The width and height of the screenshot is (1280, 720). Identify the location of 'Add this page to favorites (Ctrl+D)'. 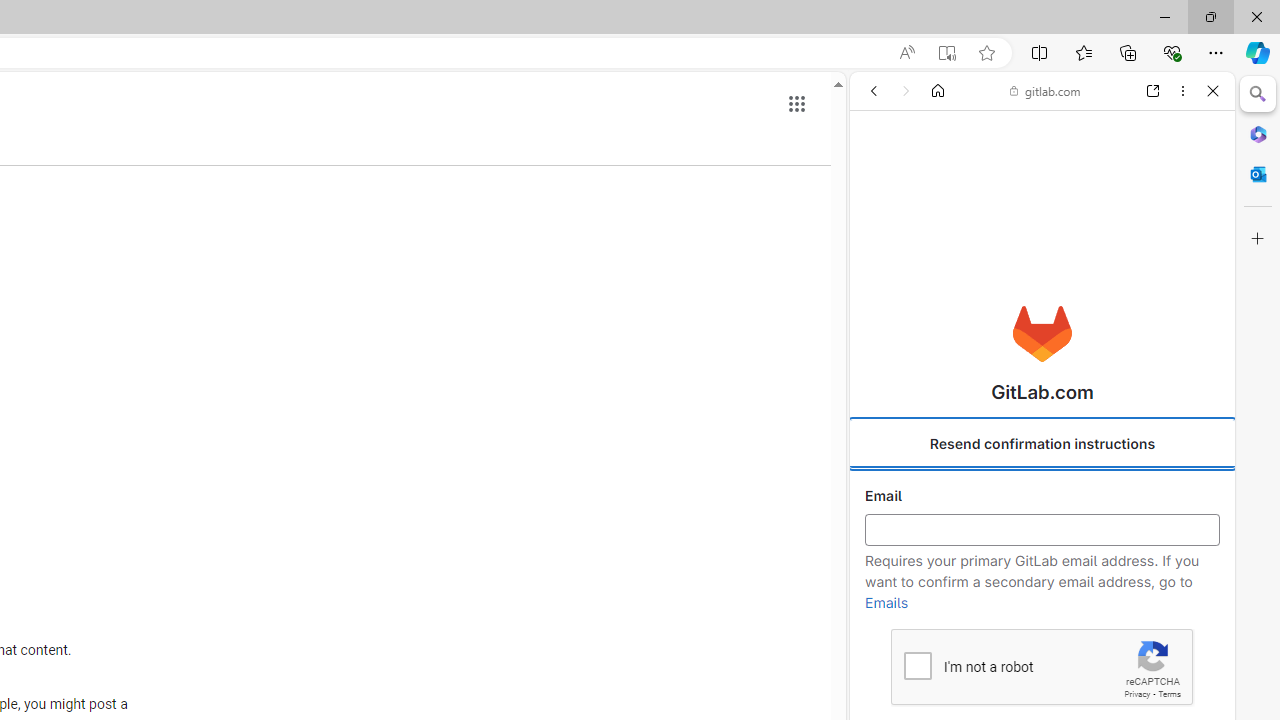
(986, 52).